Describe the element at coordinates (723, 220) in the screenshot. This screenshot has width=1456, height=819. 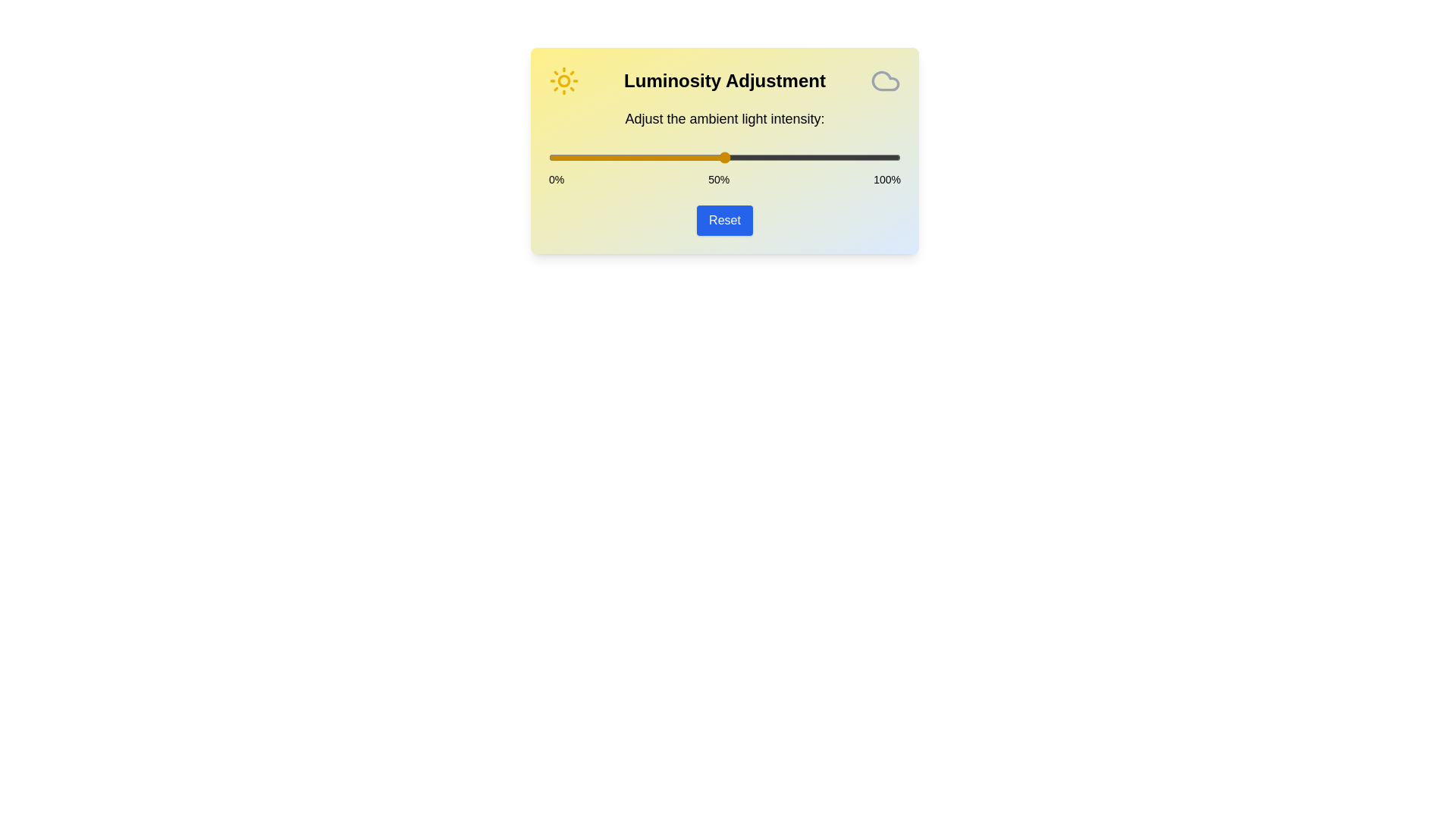
I see `the Reset button to reset the light intensity to the default value` at that location.